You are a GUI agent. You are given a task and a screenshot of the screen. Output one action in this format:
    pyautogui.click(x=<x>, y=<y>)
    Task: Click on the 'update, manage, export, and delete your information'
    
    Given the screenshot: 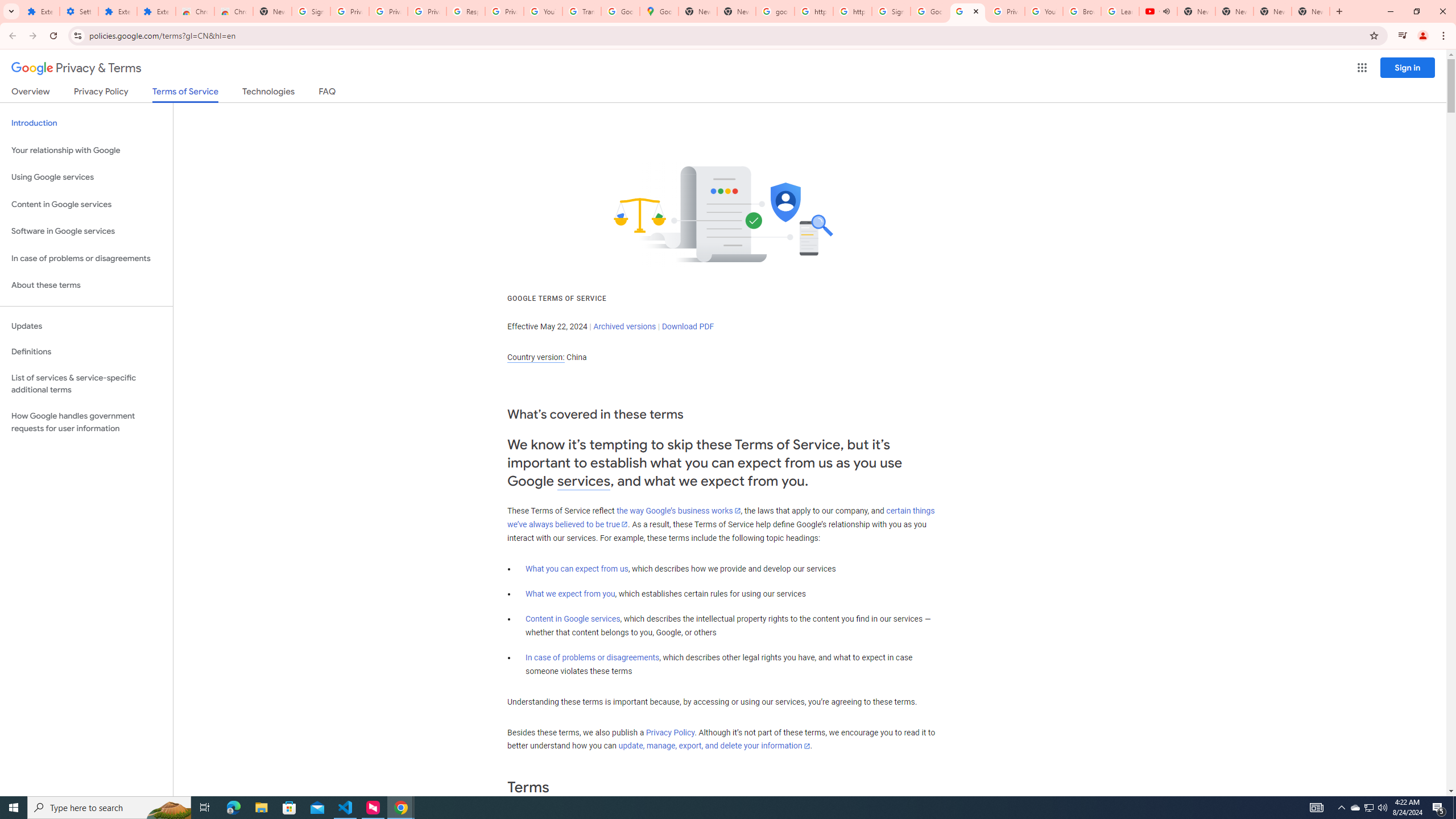 What is the action you would take?
    pyautogui.click(x=714, y=745)
    